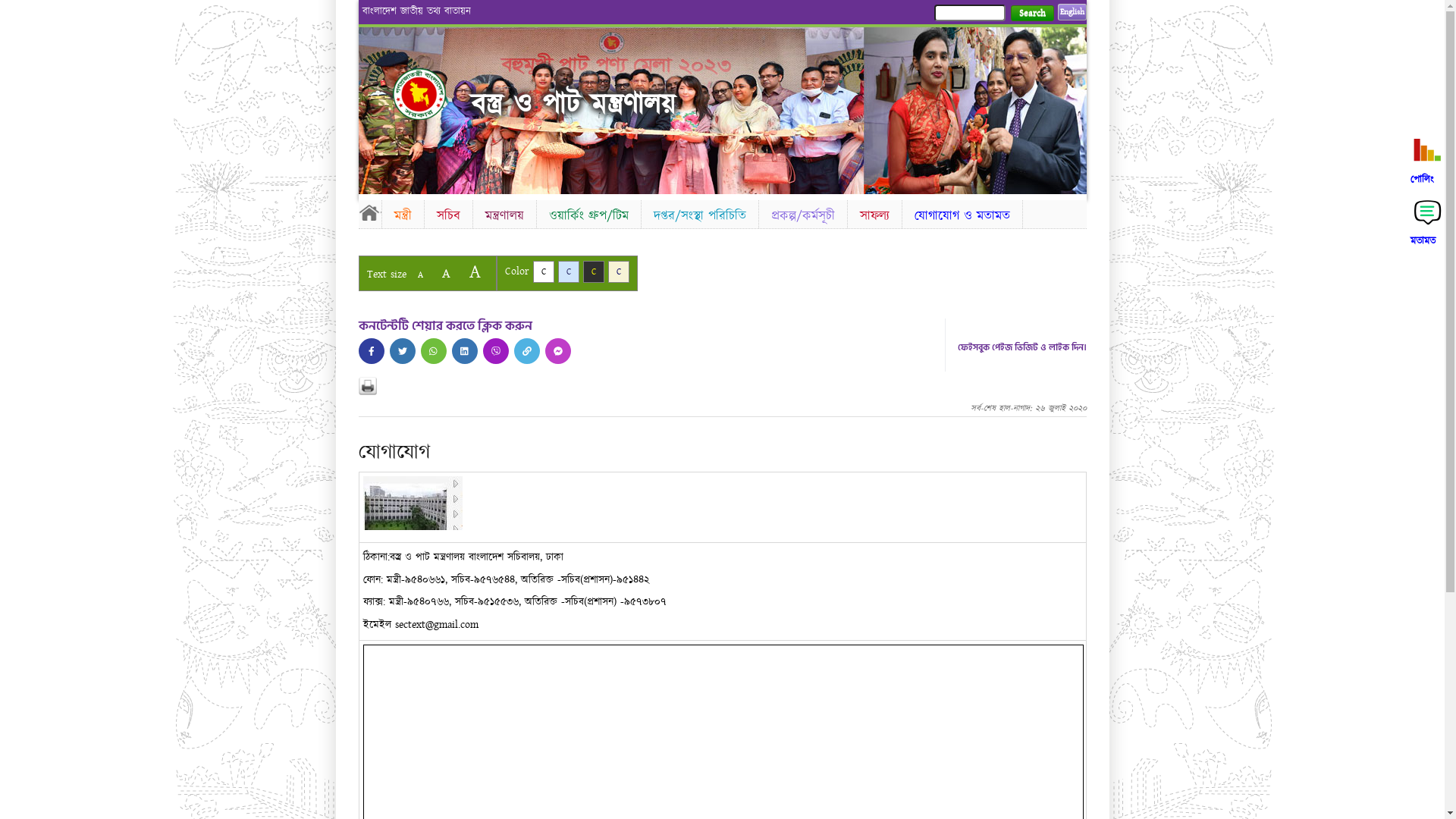 The width and height of the screenshot is (1456, 819). I want to click on 'C', so click(582, 271).